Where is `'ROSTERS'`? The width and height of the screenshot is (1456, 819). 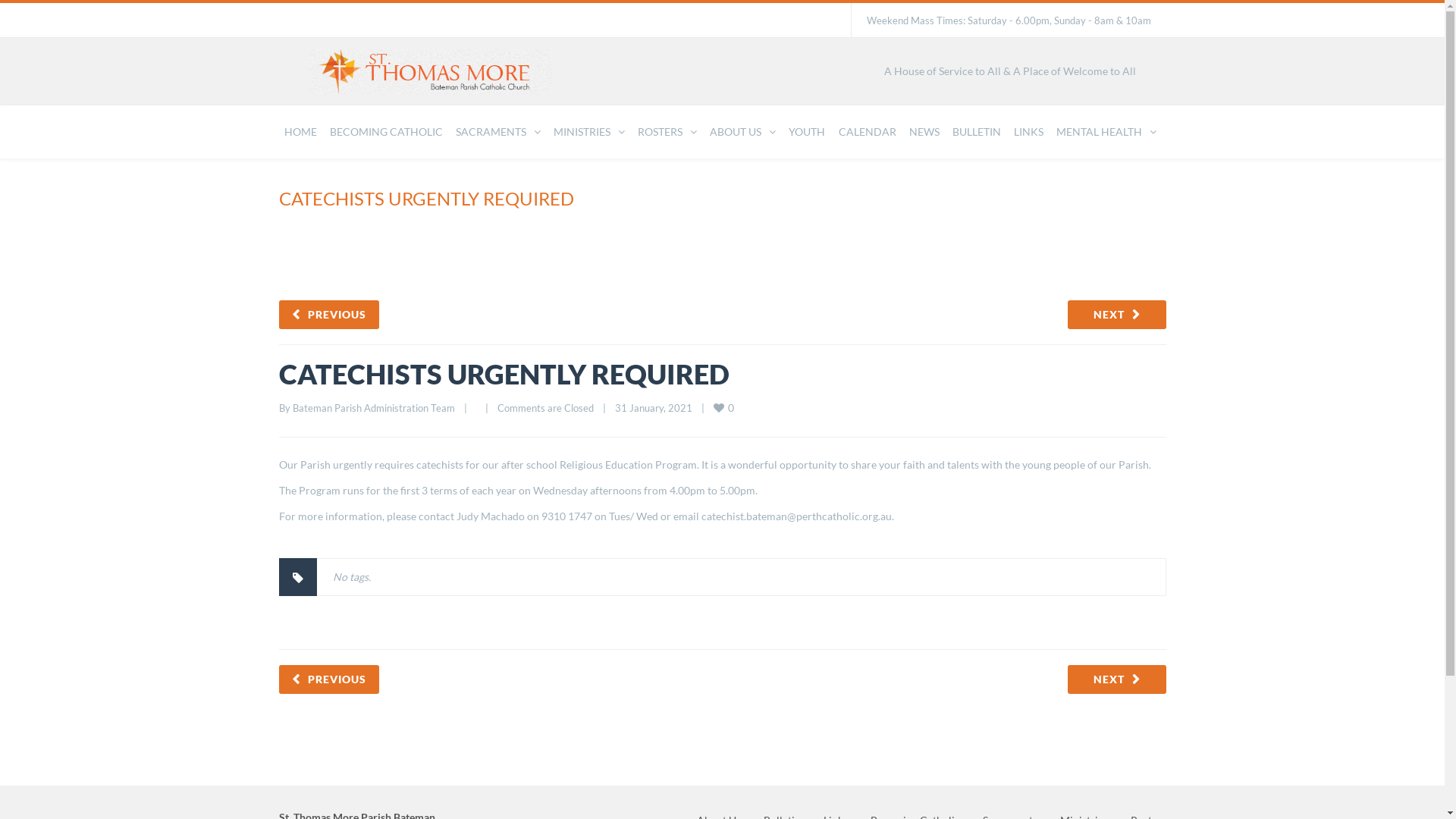
'ROSTERS' is located at coordinates (667, 130).